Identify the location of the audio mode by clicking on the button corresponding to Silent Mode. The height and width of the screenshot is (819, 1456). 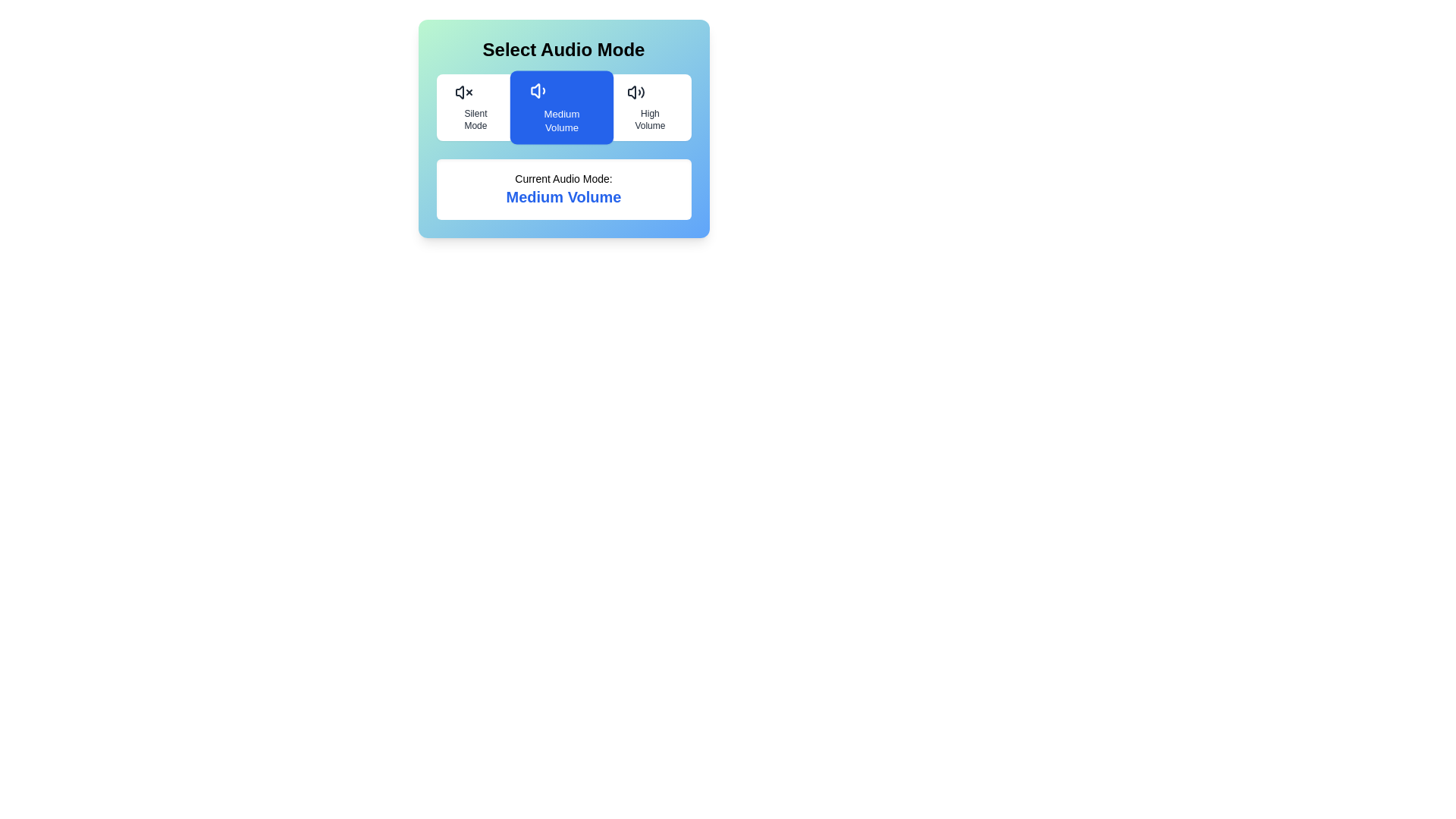
(475, 107).